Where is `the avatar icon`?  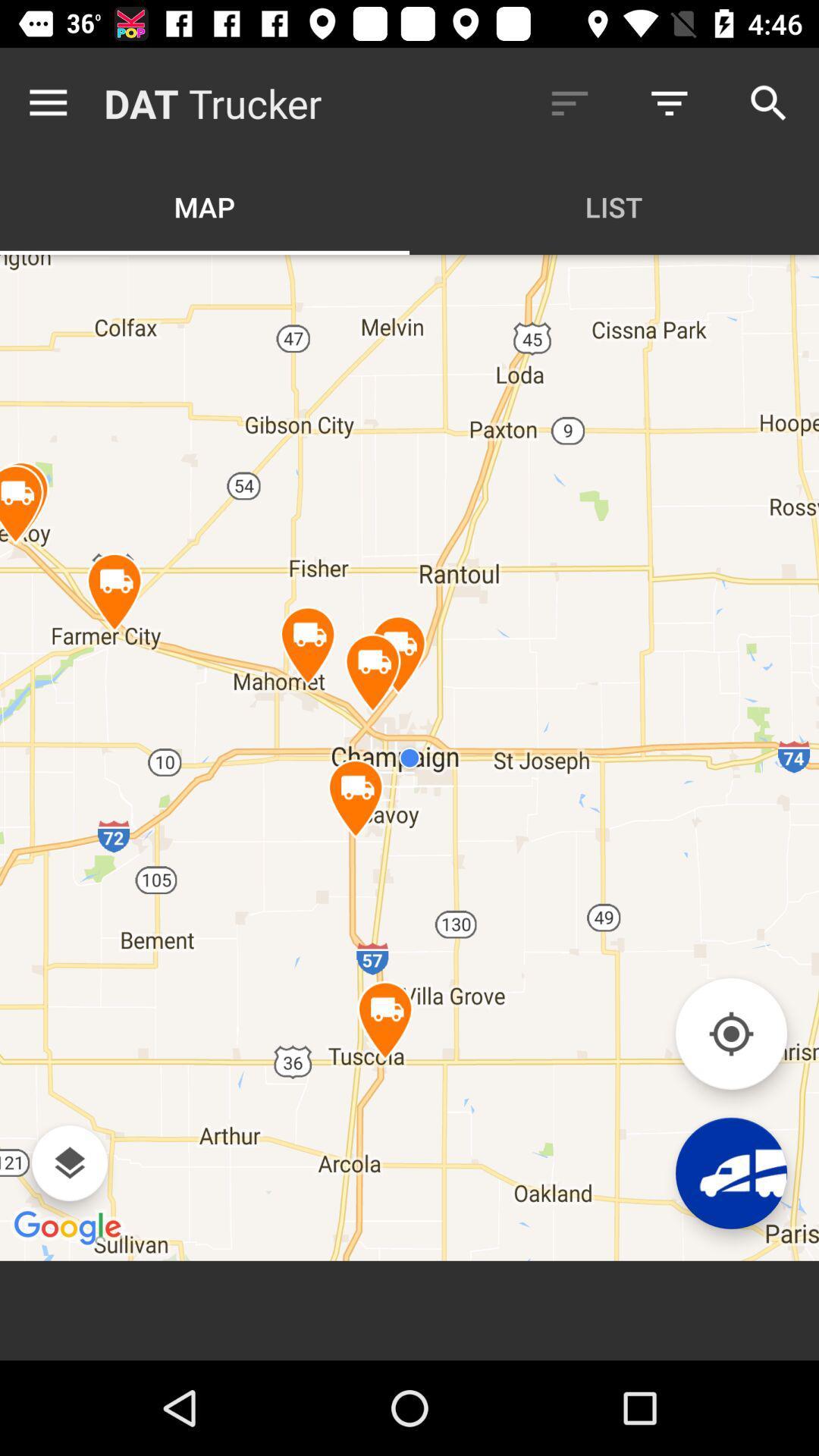 the avatar icon is located at coordinates (730, 1172).